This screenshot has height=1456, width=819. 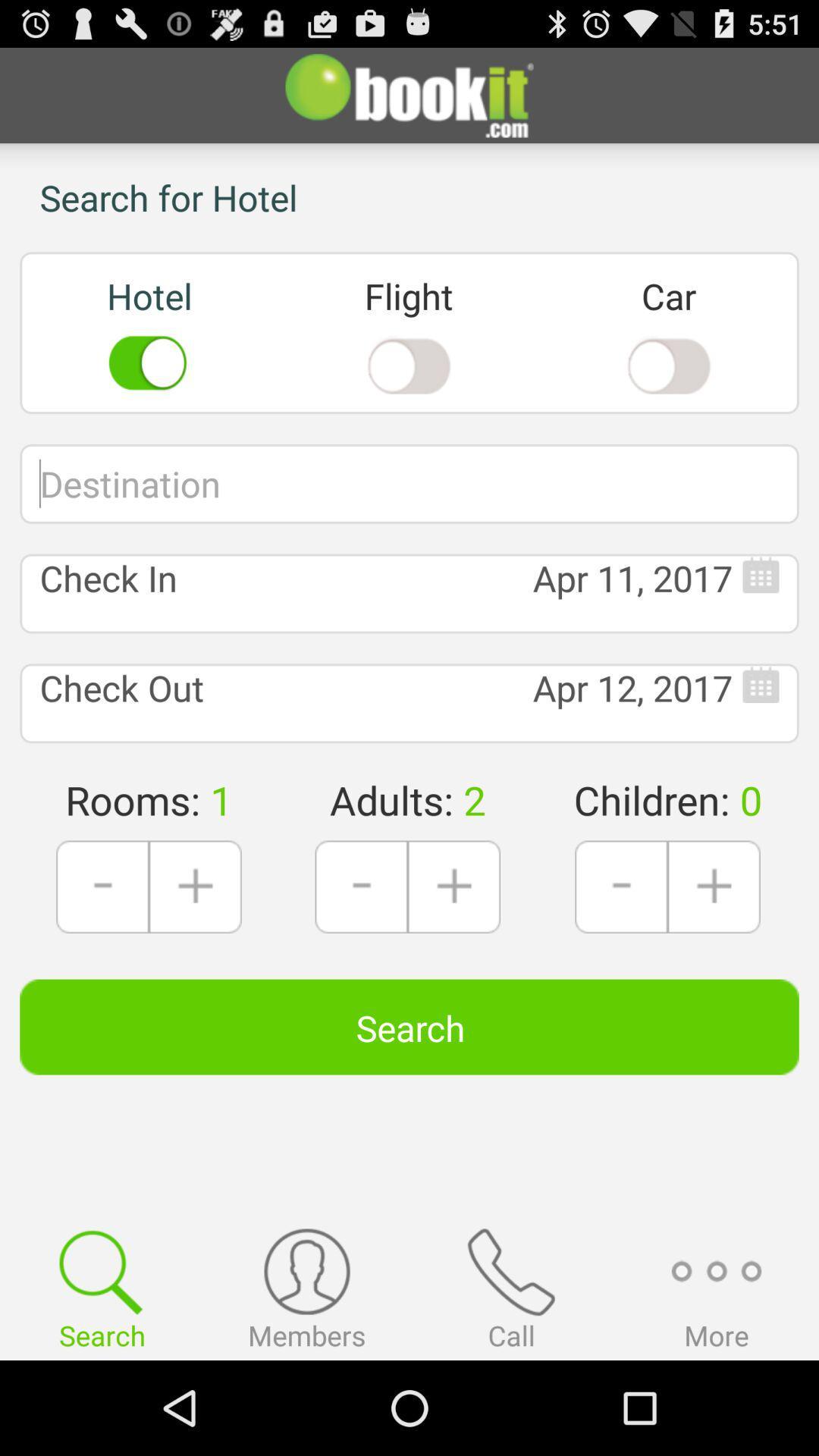 I want to click on the add icon, so click(x=714, y=948).